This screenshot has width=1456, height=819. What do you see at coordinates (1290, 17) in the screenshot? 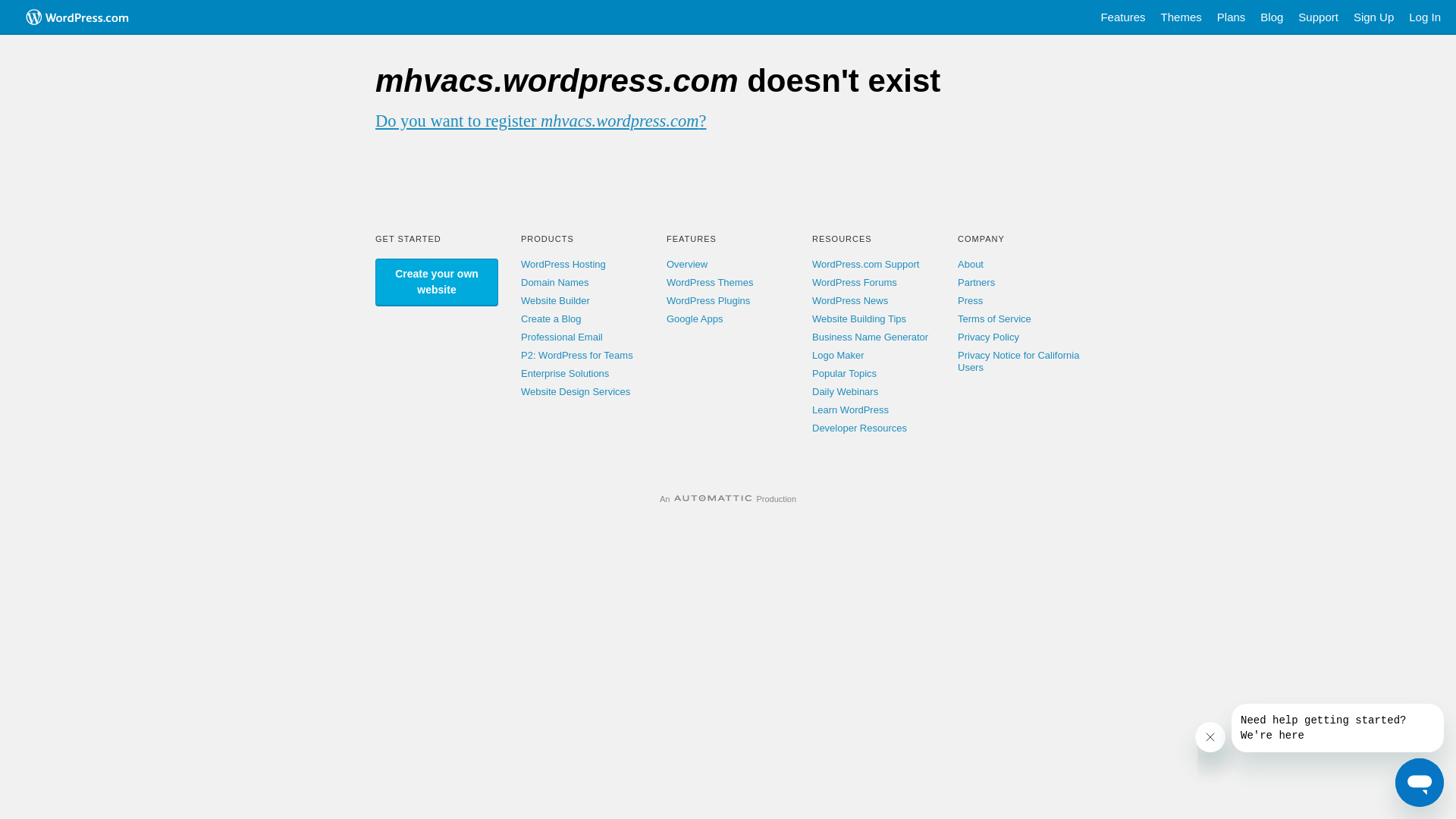
I see `'Support'` at bounding box center [1290, 17].